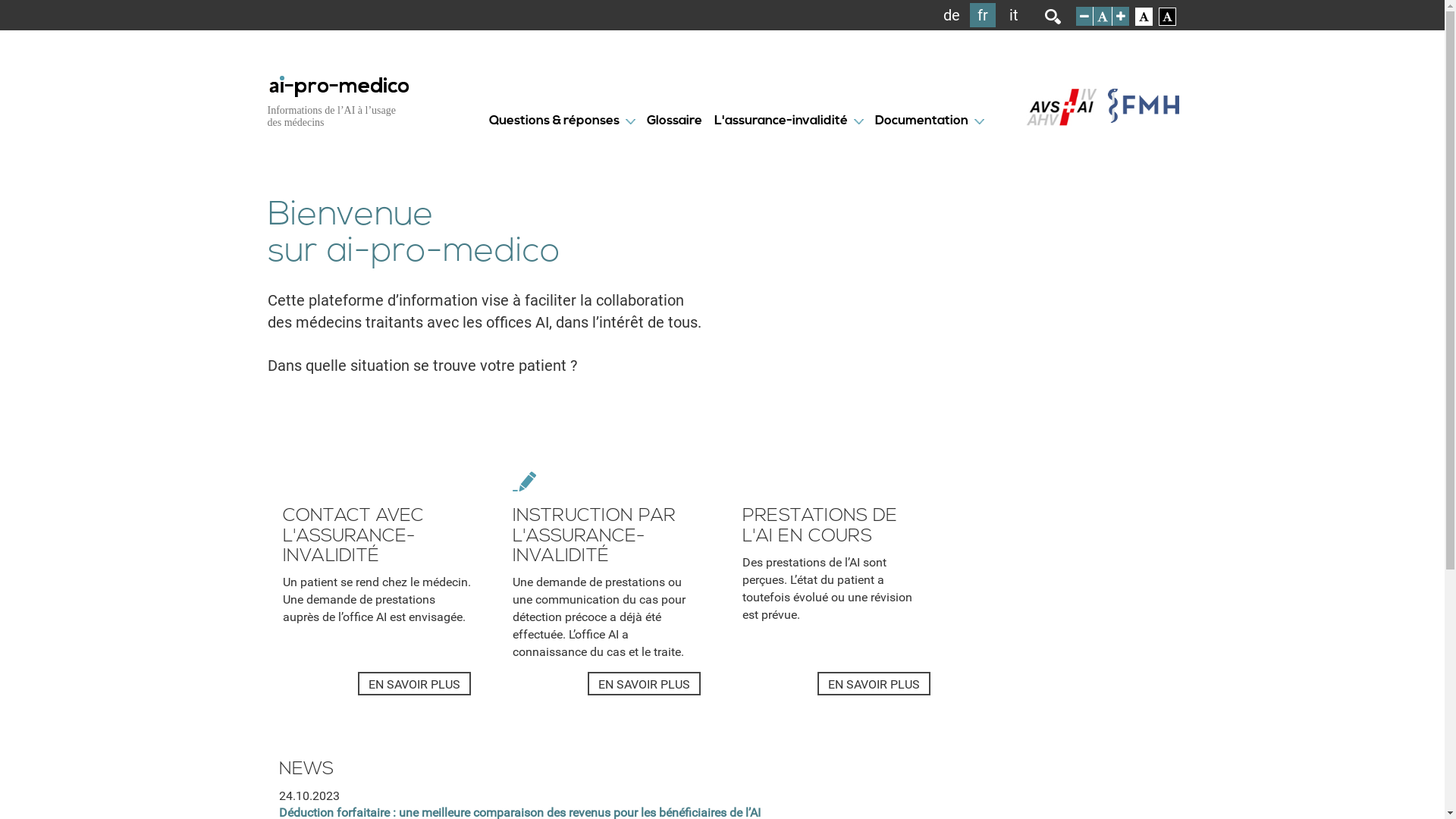 The height and width of the screenshot is (819, 1456). What do you see at coordinates (1014, 14) in the screenshot?
I see `'it'` at bounding box center [1014, 14].